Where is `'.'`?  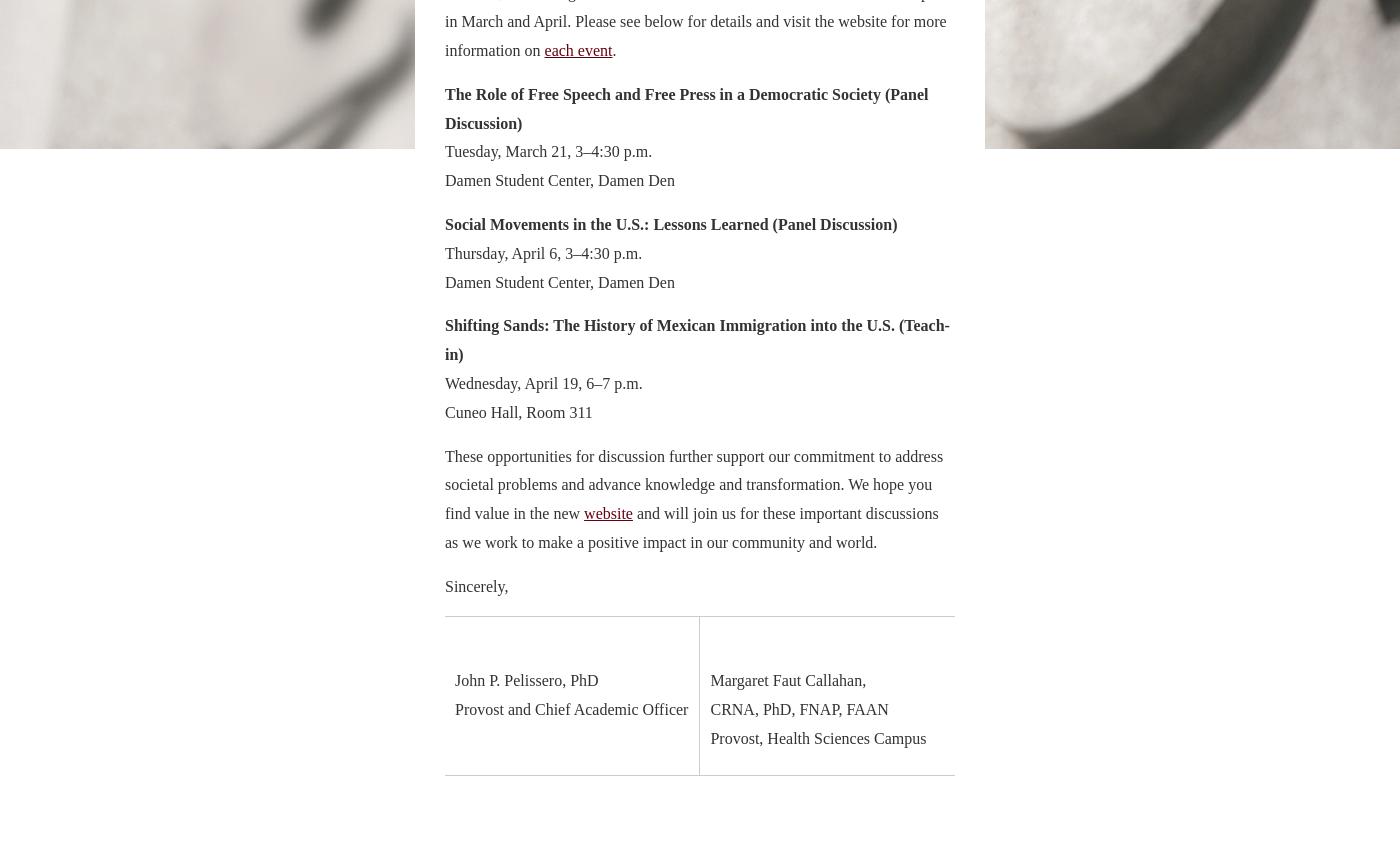 '.' is located at coordinates (611, 49).